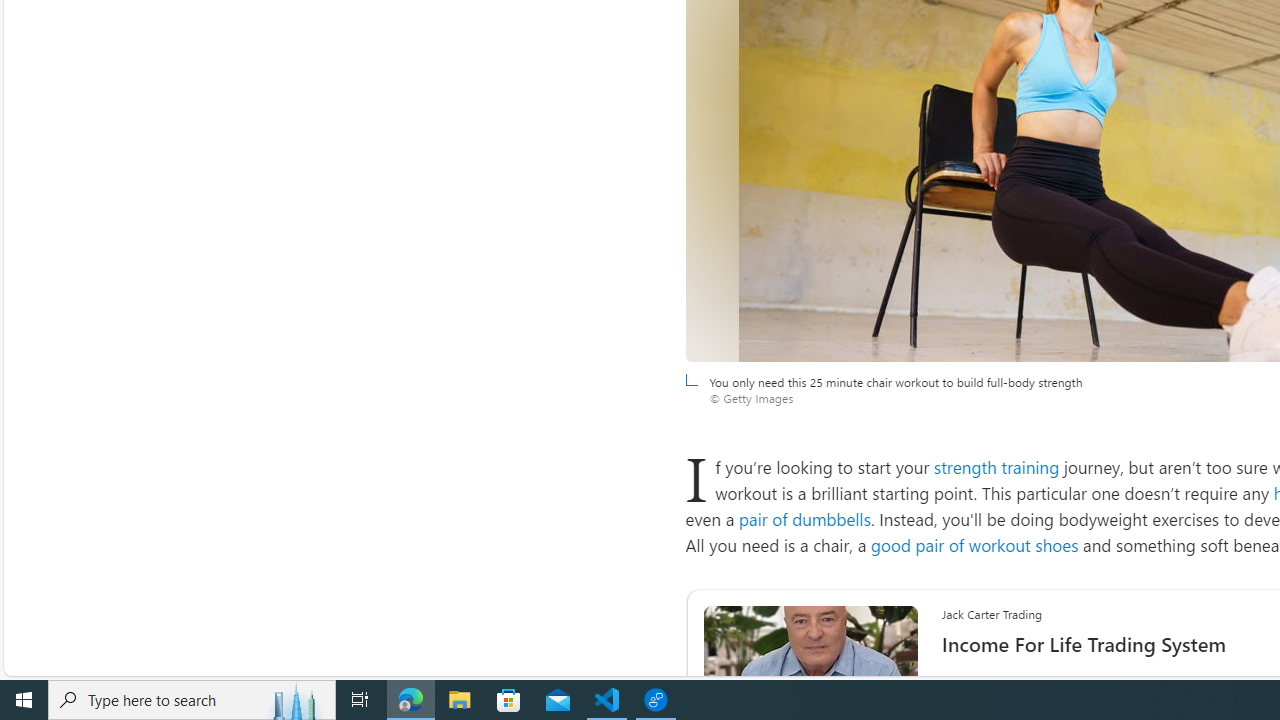 The height and width of the screenshot is (720, 1280). What do you see at coordinates (974, 545) in the screenshot?
I see `'good pair of workout shoes'` at bounding box center [974, 545].